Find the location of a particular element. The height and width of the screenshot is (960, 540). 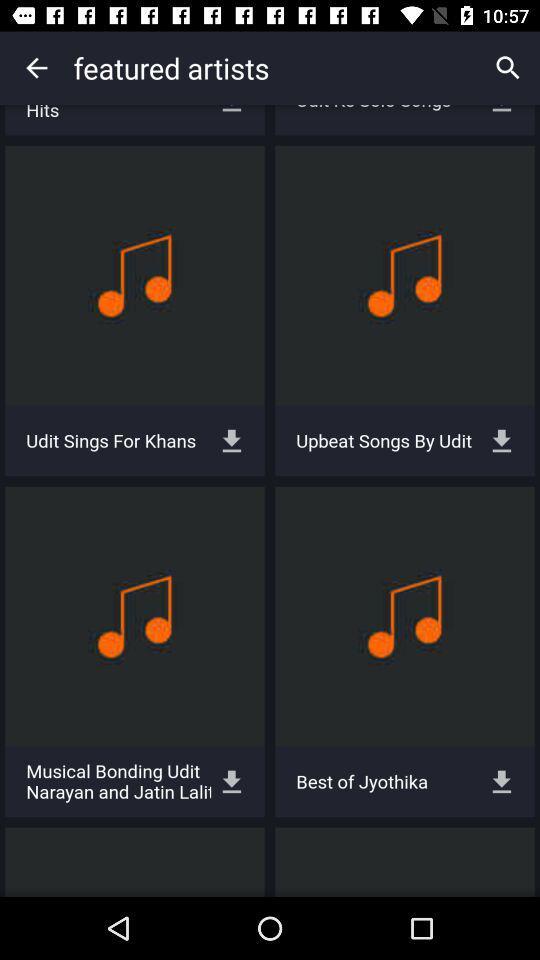

1st row 2nd column box is located at coordinates (405, 274).